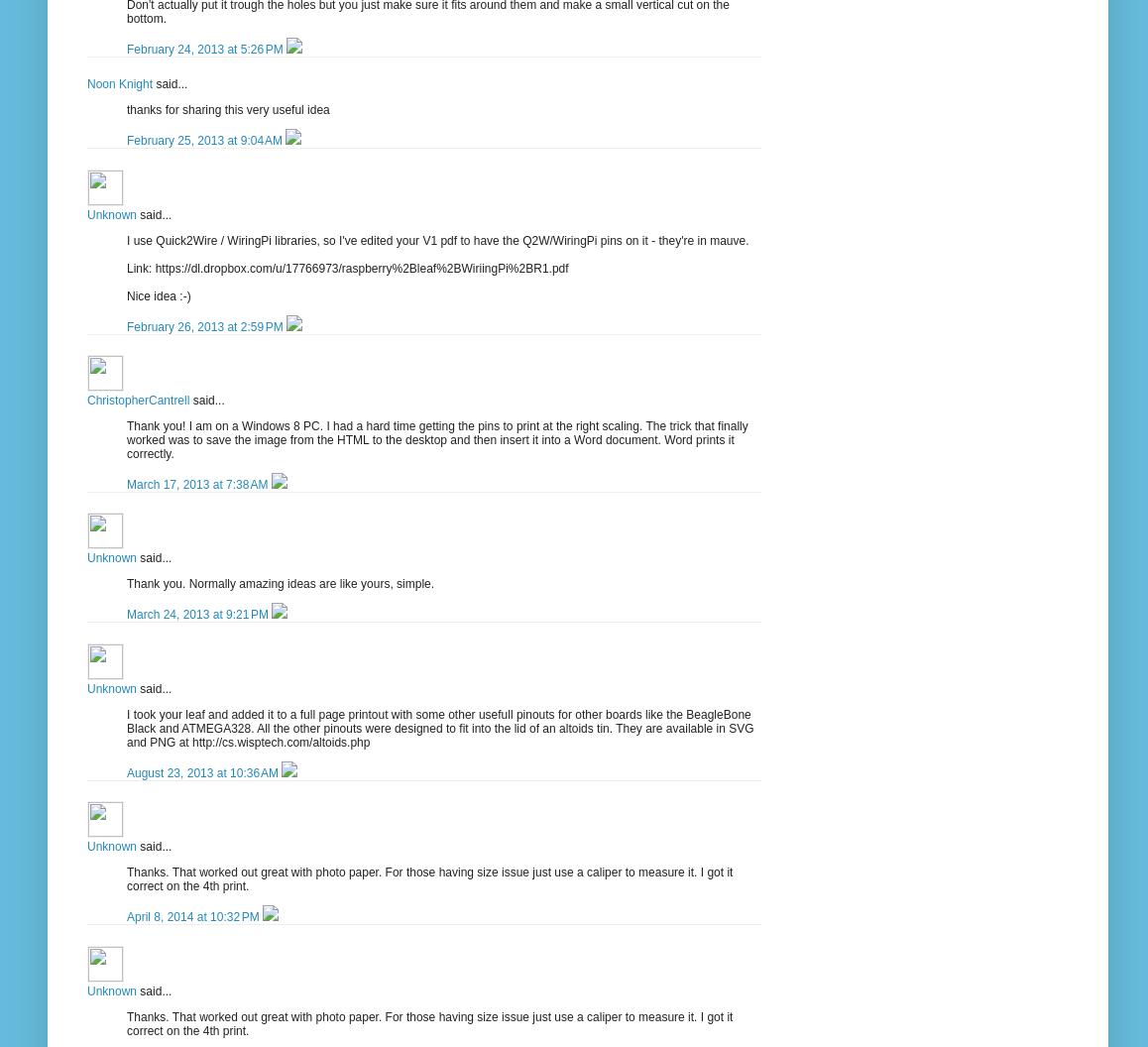 The image size is (1148, 1047). Describe the element at coordinates (137, 399) in the screenshot. I see `'ChristopherCantrell'` at that location.